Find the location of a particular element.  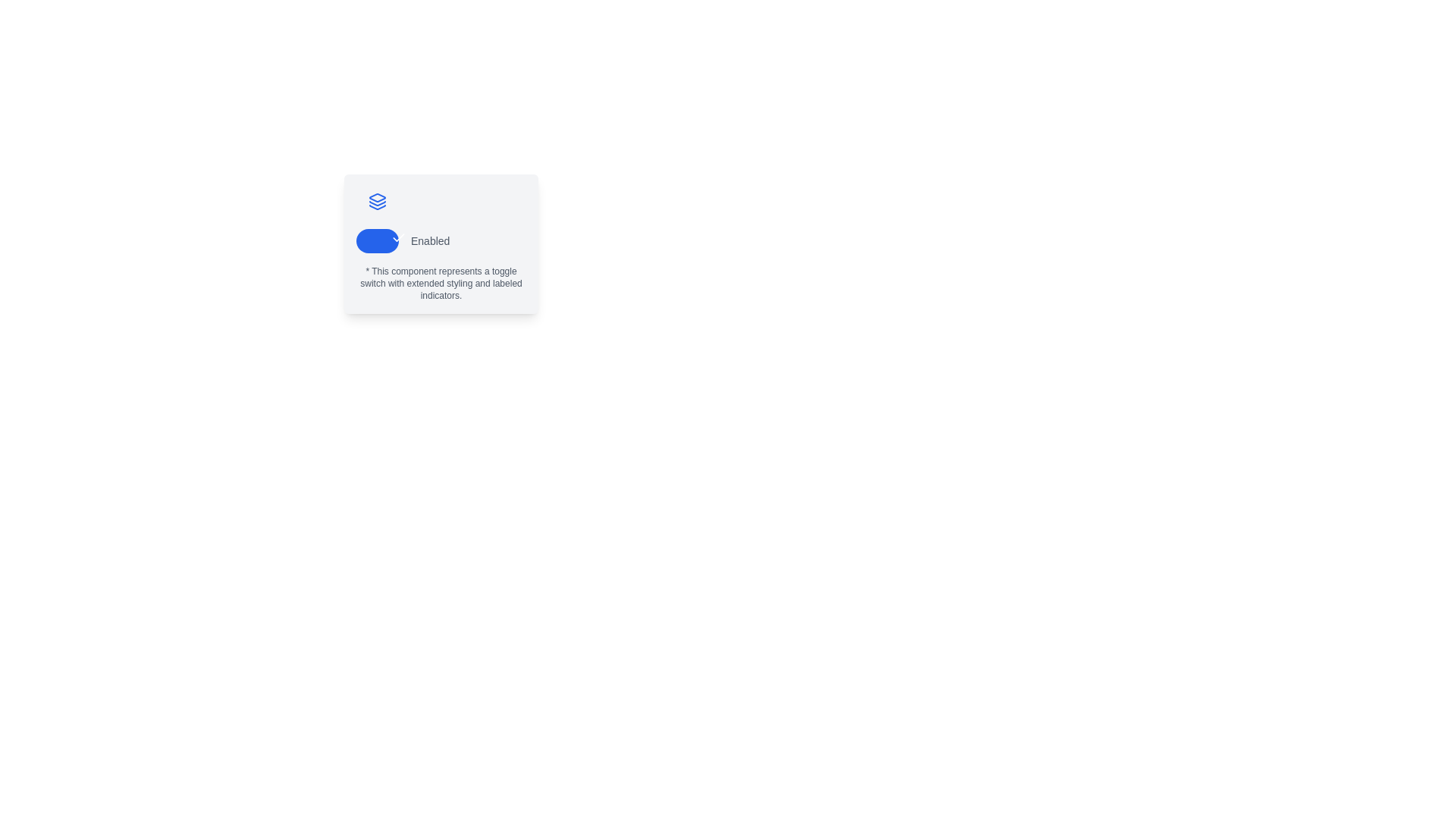

the active state indicator icon of the toggle switch, located towards the right side and centered within the UI box is located at coordinates (399, 237).